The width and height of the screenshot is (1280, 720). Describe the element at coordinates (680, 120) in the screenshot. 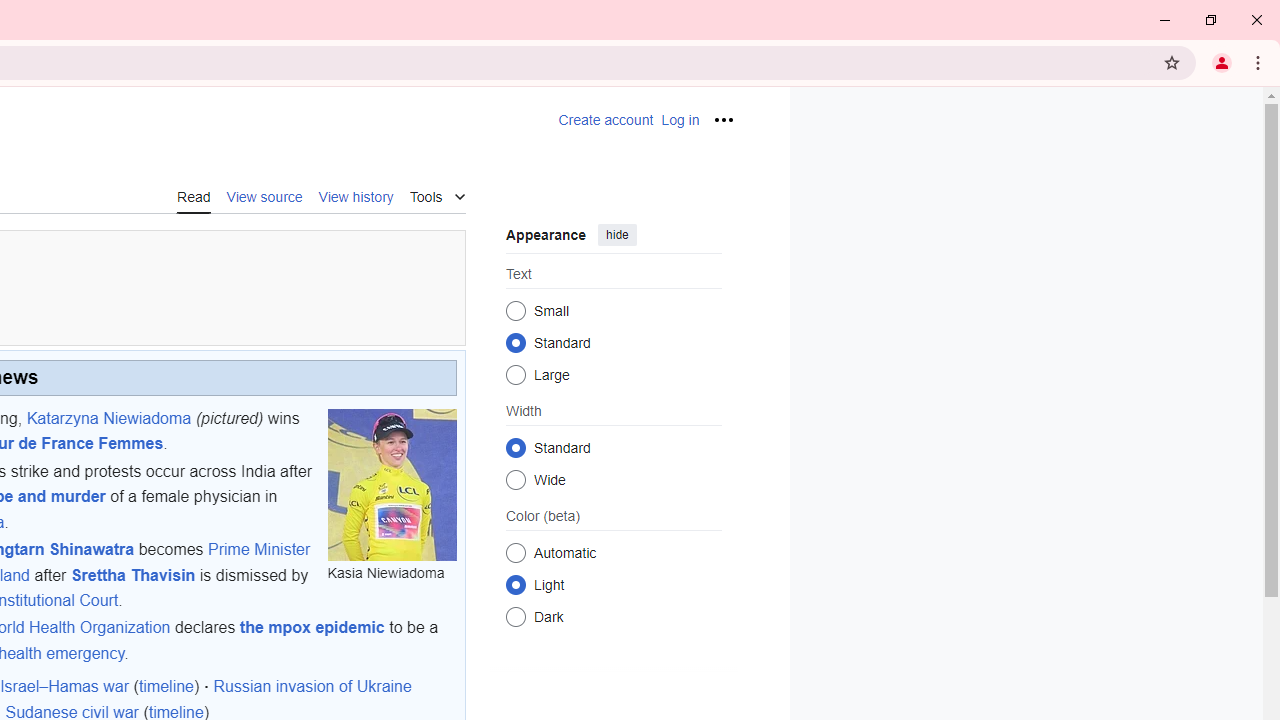

I see `'AutomationID: pt-login-2'` at that location.